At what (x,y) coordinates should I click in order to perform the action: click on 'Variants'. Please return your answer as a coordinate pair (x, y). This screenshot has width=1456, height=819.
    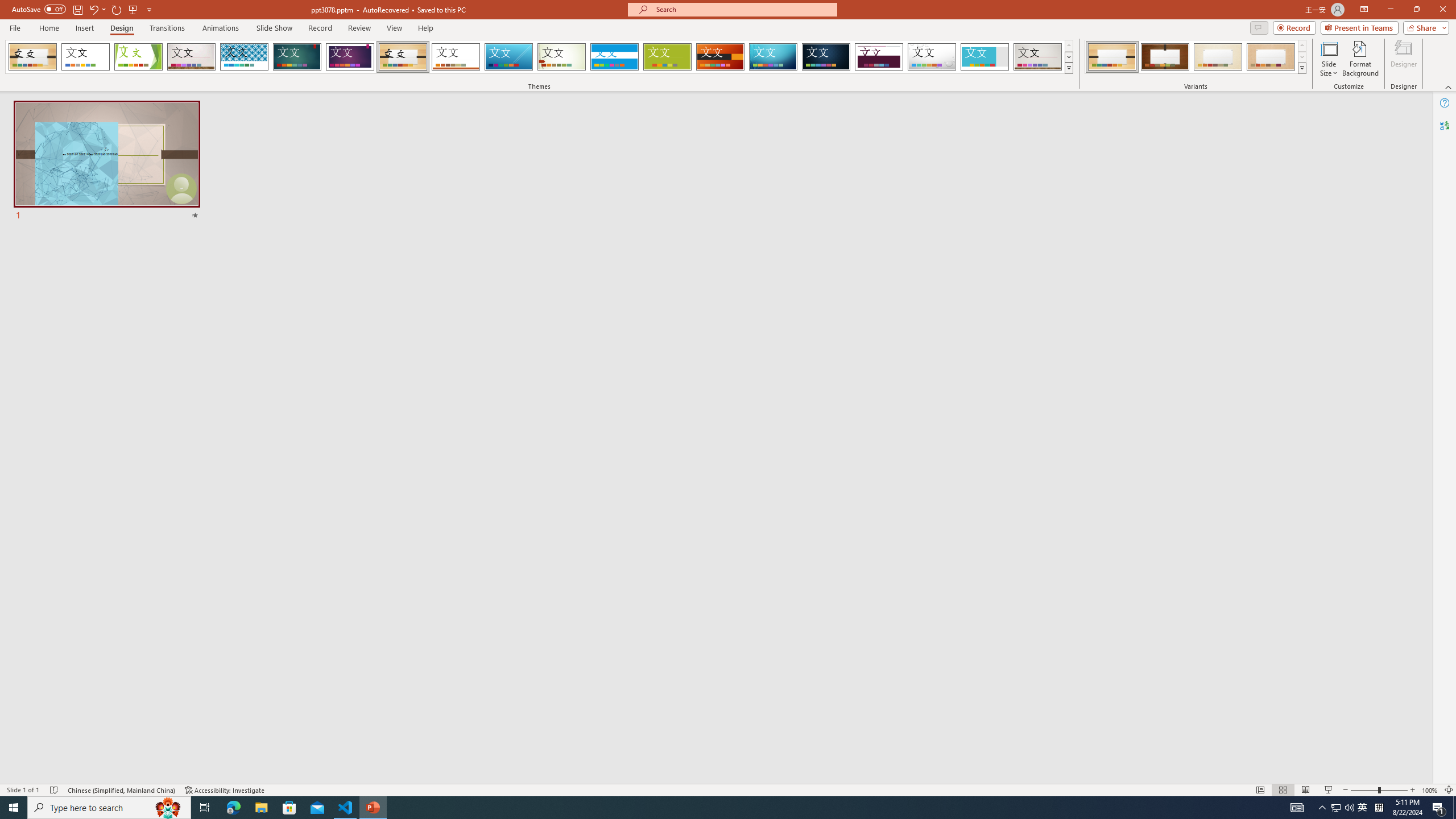
    Looking at the image, I should click on (1301, 67).